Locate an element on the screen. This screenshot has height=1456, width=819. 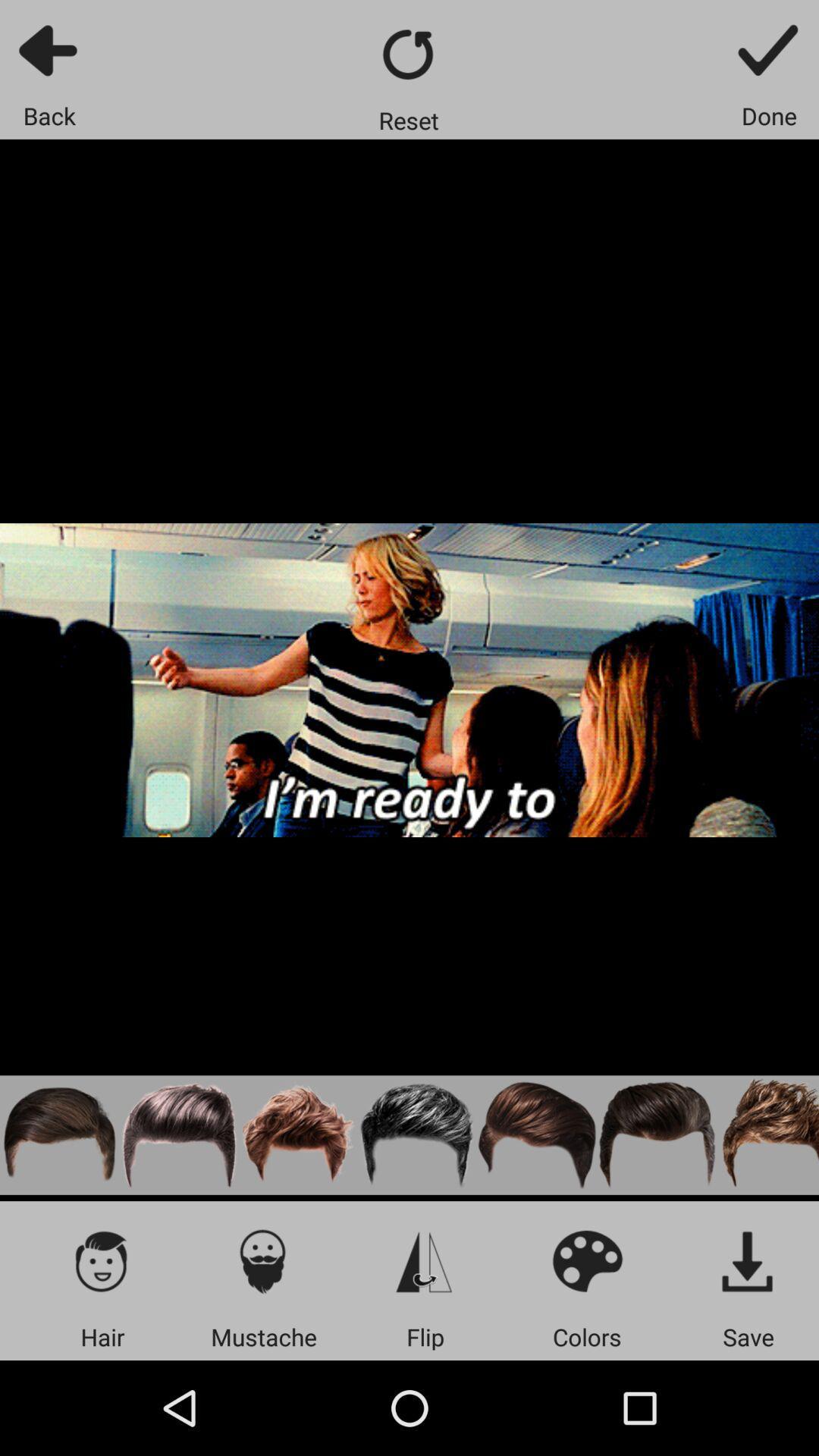
icon above the mustache app is located at coordinates (262, 1260).